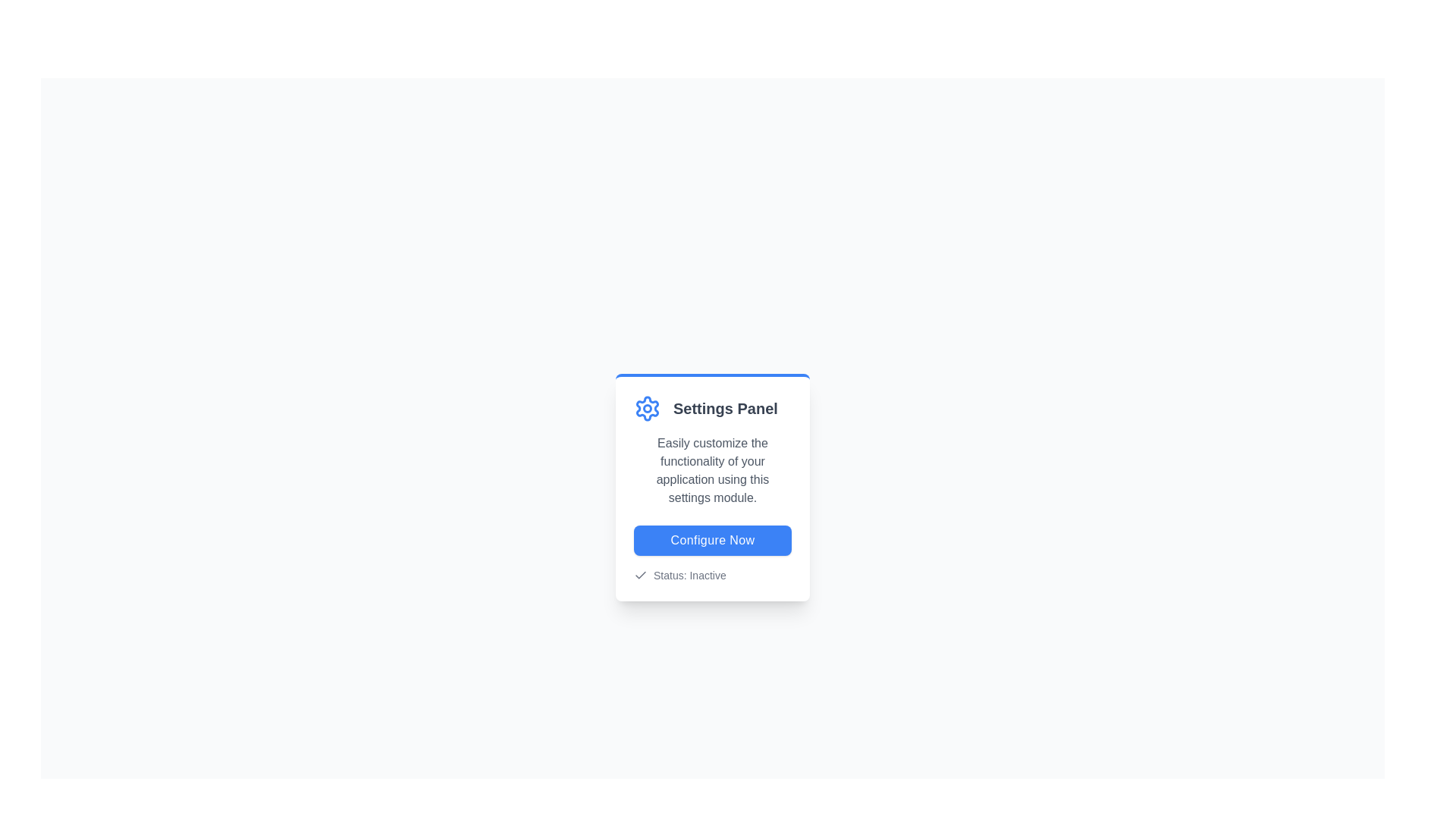 This screenshot has width=1456, height=819. What do you see at coordinates (648, 408) in the screenshot?
I see `the settings icon located at the top of the white card, which visually represents the 'Settings Panel'` at bounding box center [648, 408].